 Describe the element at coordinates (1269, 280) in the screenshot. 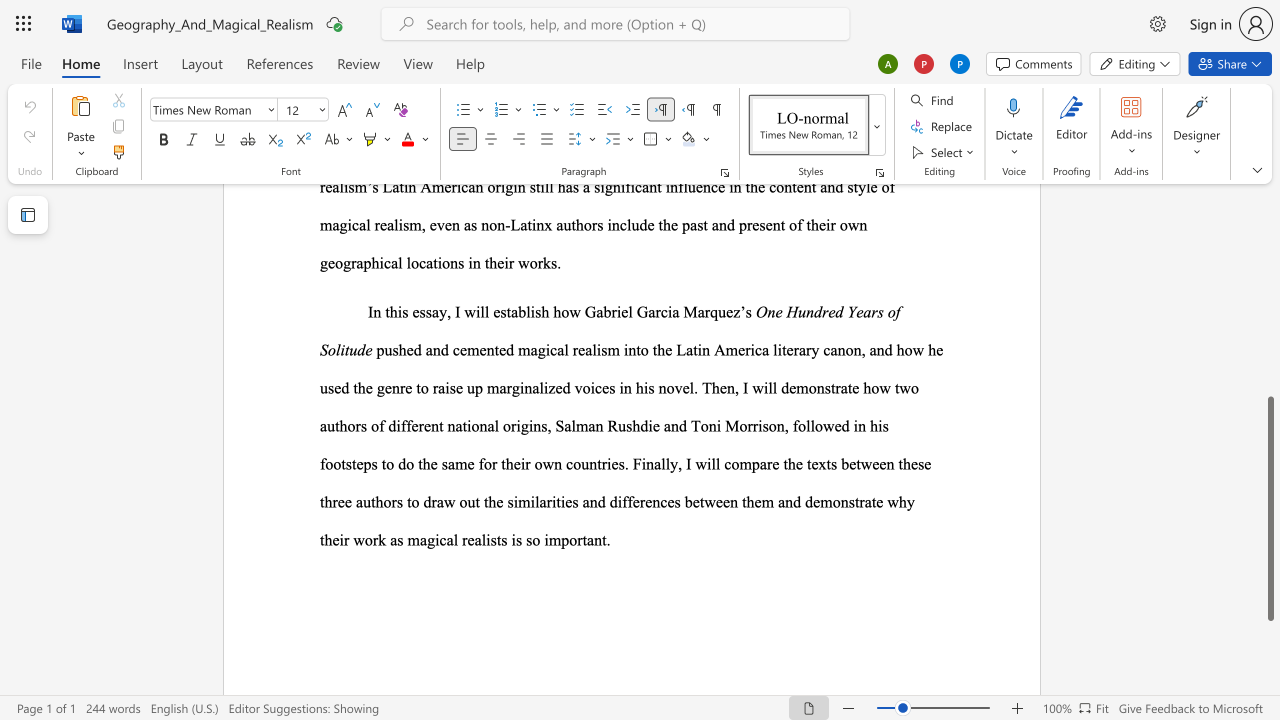

I see `the scrollbar on the right to shift the page higher` at that location.